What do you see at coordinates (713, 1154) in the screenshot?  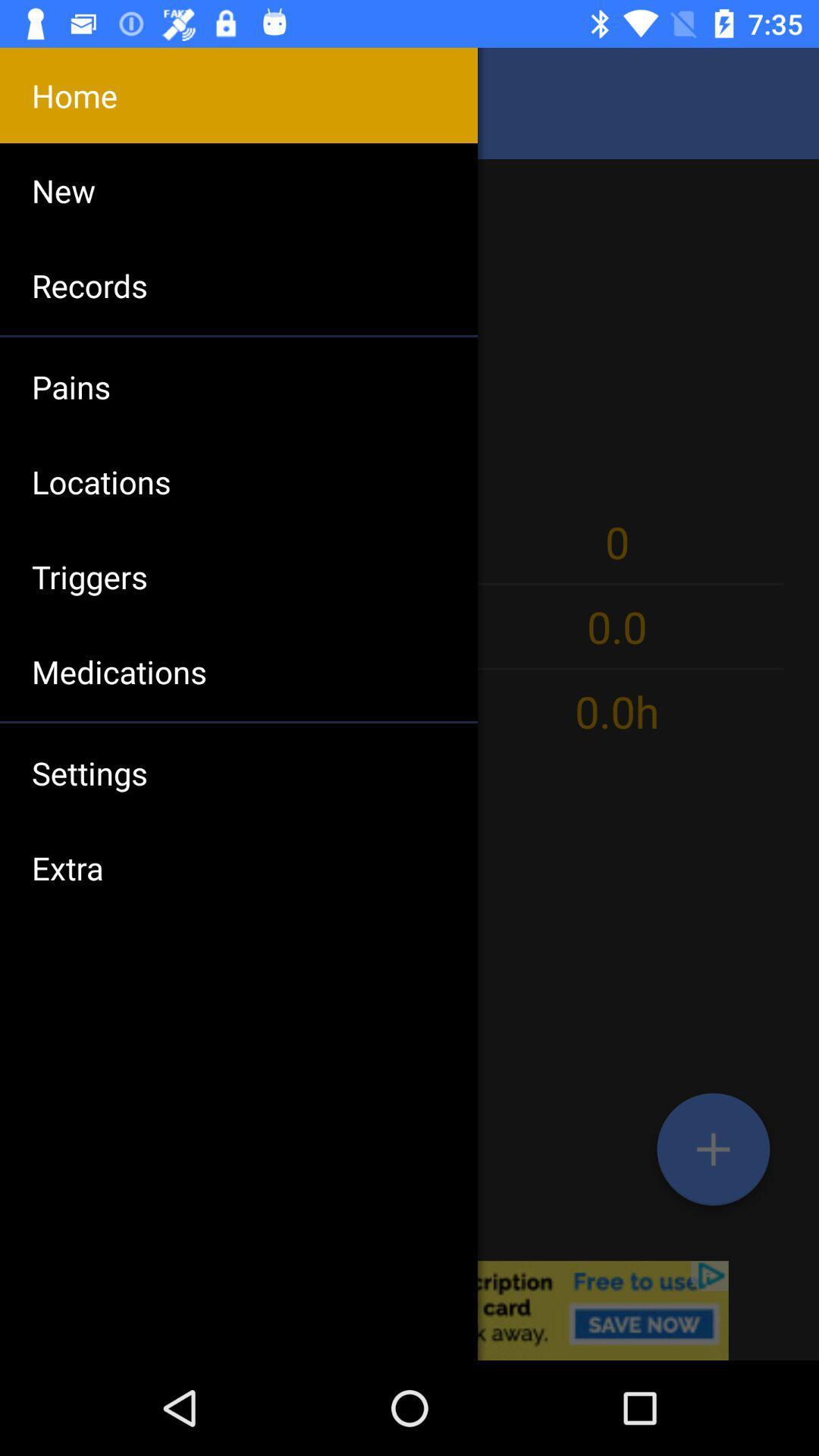 I see `the add icon` at bounding box center [713, 1154].